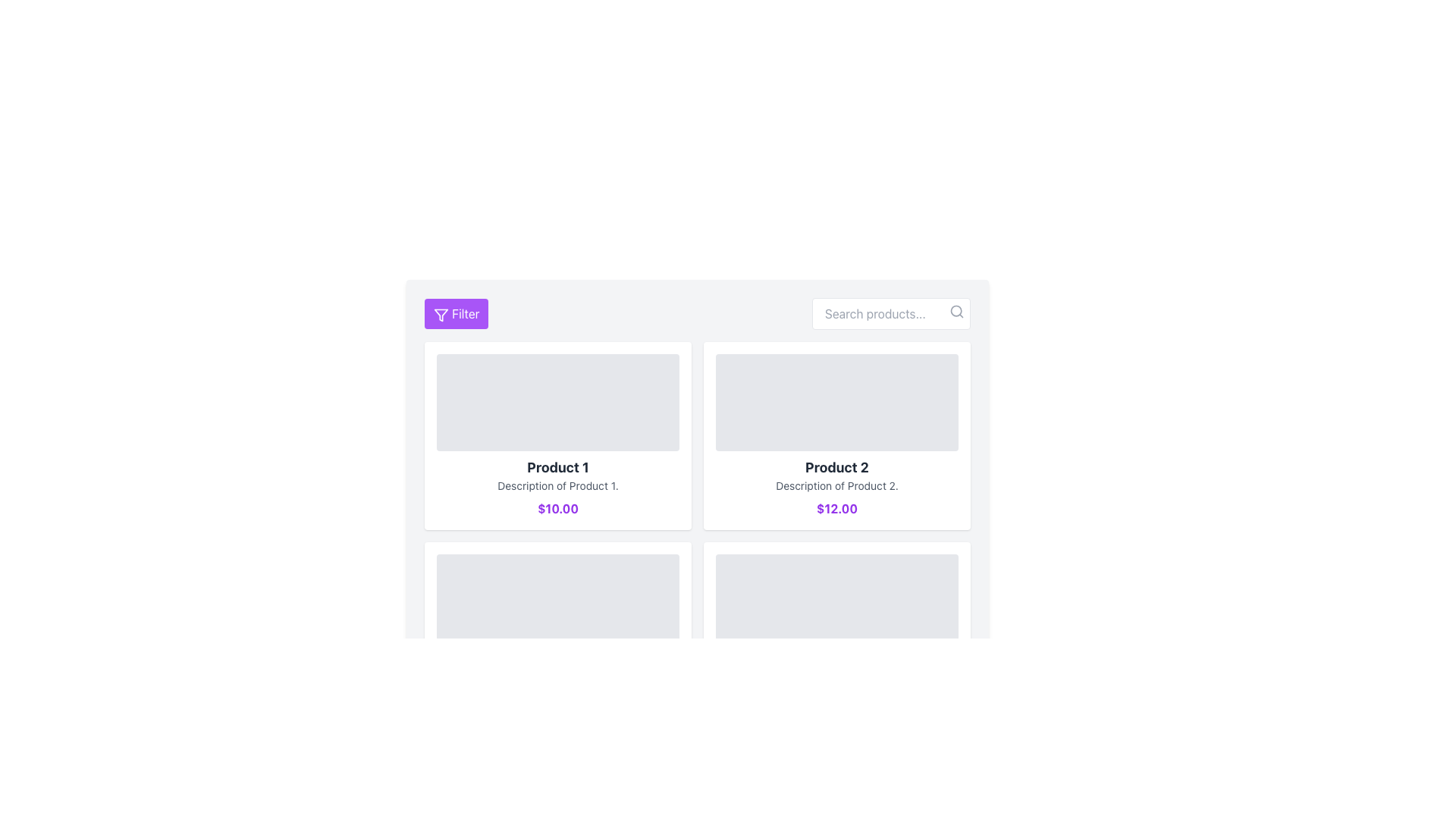 This screenshot has width=1456, height=819. I want to click on the Text Label that displays the product title, located centrally below the gray placeholder image within the product card, so click(557, 467).